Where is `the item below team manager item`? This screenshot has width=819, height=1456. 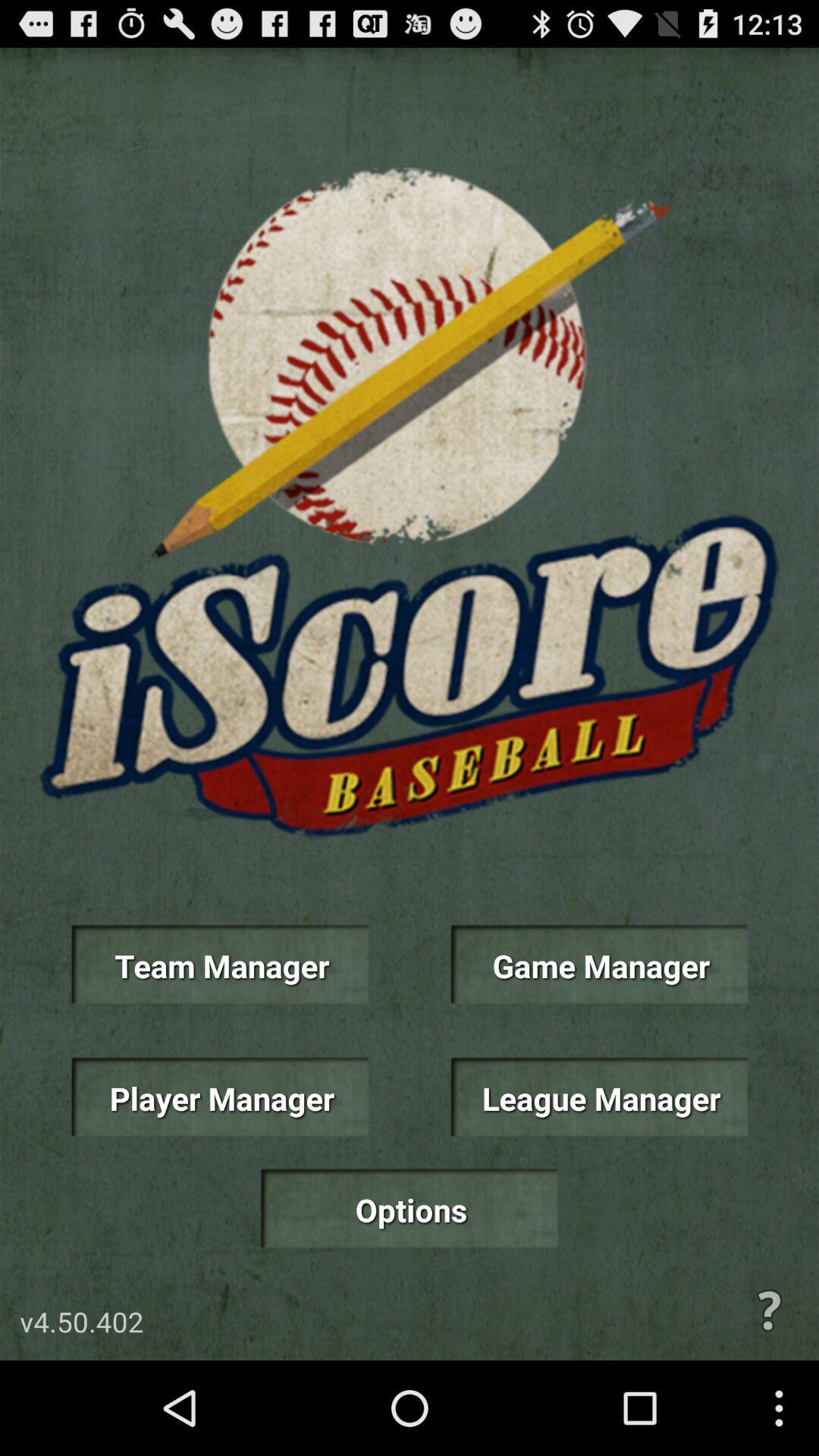 the item below team manager item is located at coordinates (219, 1097).